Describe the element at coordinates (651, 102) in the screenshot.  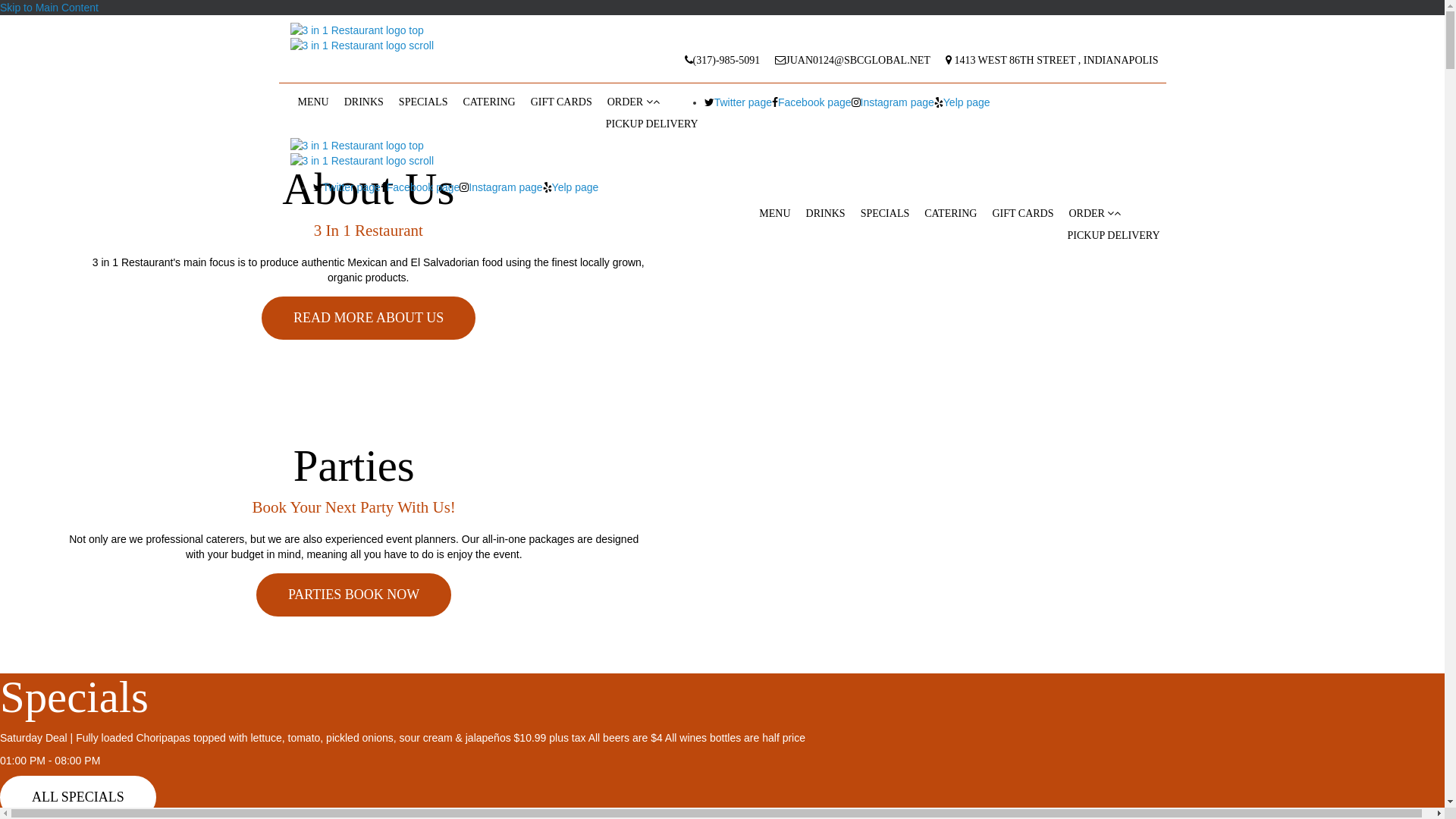
I see `'ORDER'` at that location.